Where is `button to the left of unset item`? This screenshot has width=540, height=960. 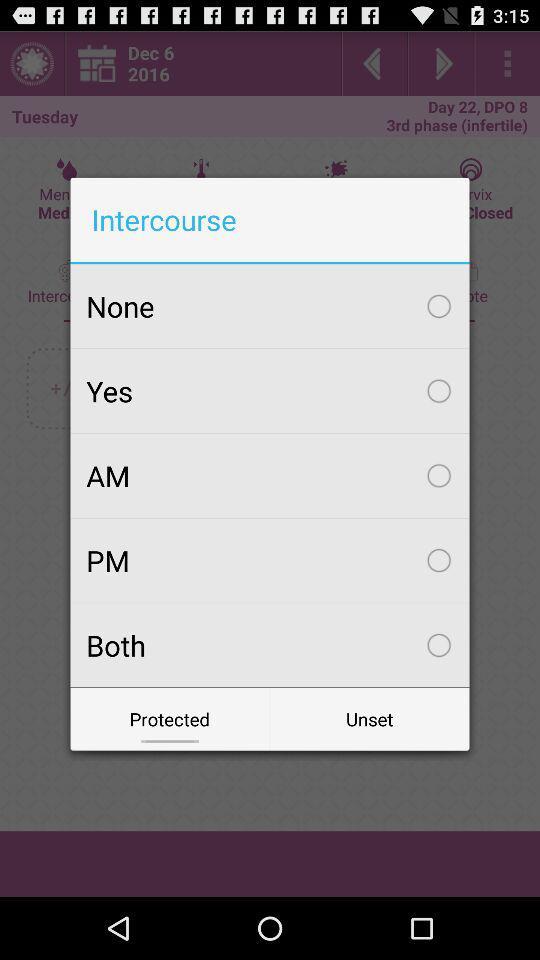
button to the left of unset item is located at coordinates (170, 719).